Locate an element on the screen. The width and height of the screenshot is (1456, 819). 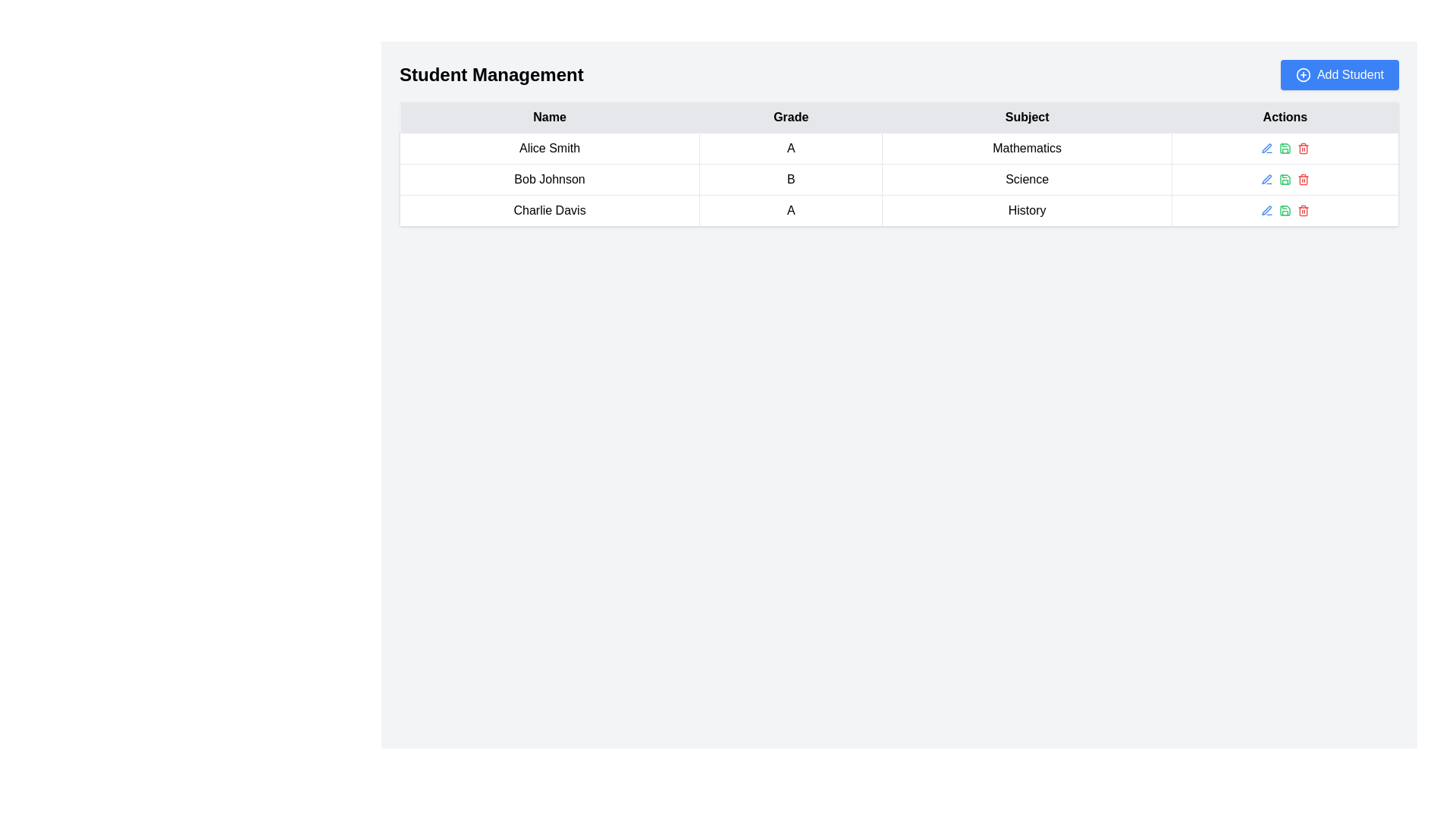
the green eye icon located in the 'Actions' column of the row for 'Charlie Davis' is located at coordinates (1284, 210).